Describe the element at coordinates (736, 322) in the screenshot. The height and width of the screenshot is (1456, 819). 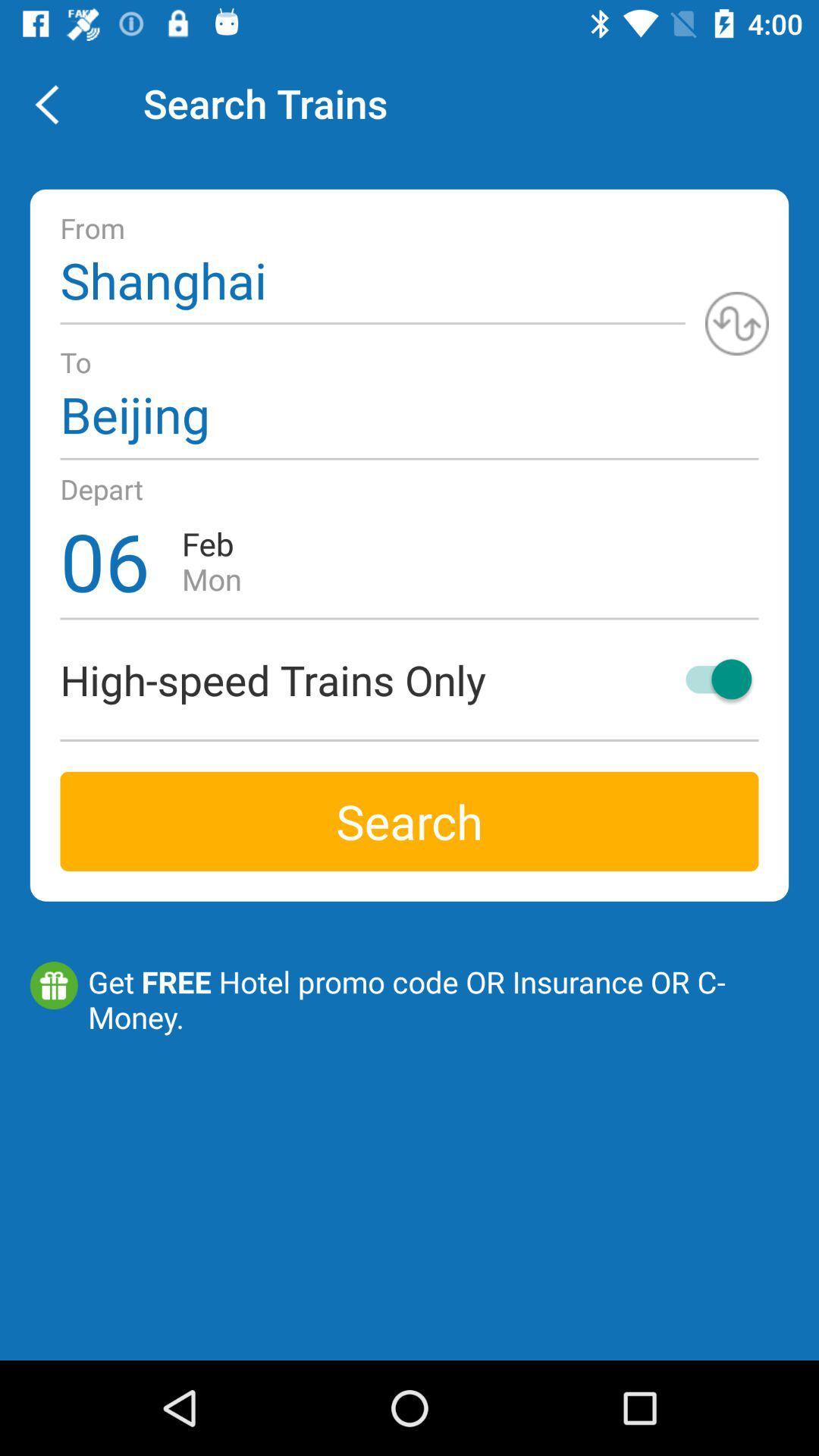
I see `the icon at the top right corner` at that location.